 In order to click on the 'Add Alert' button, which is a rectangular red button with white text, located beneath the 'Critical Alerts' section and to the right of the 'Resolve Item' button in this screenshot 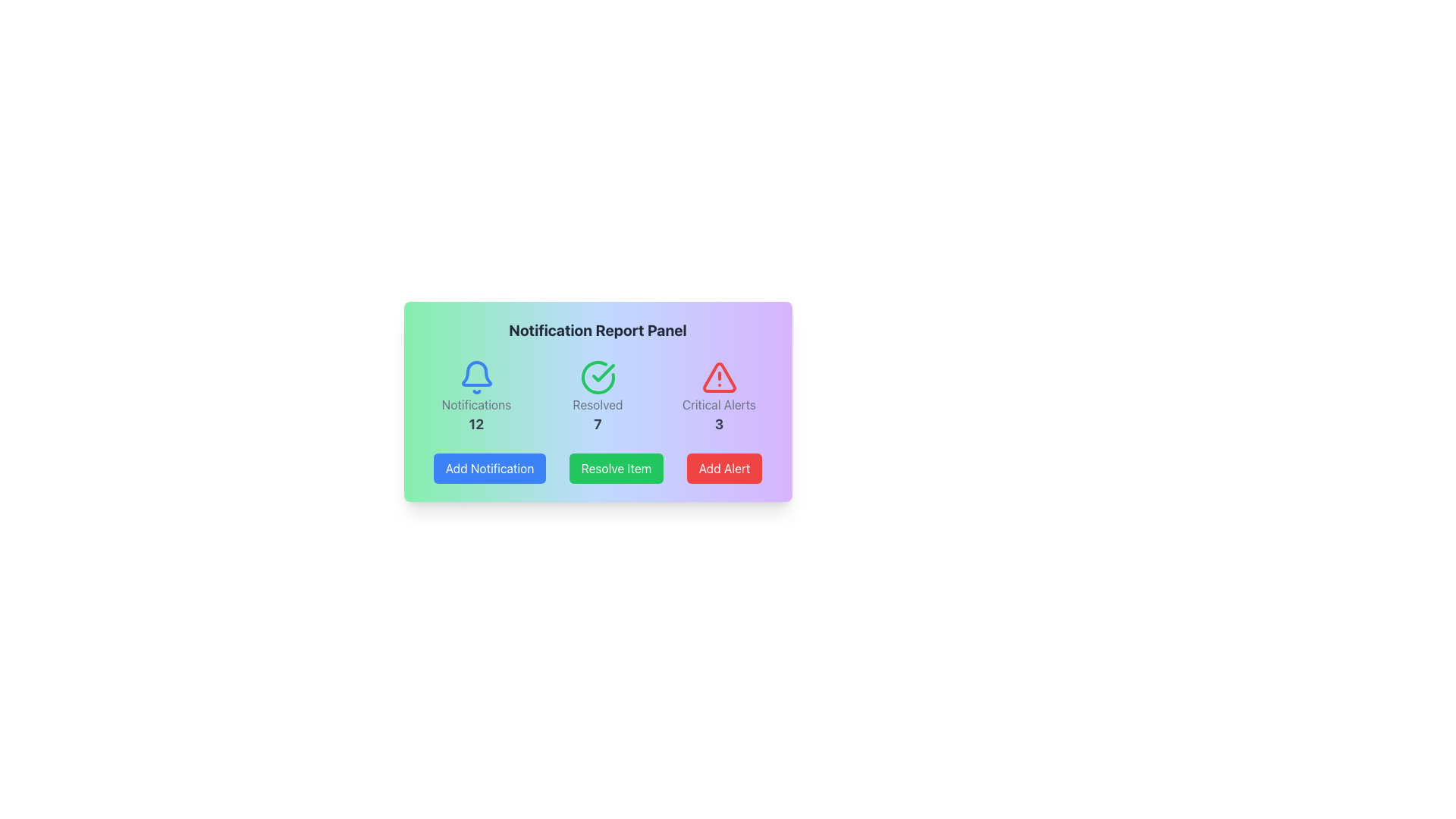, I will do `click(723, 467)`.